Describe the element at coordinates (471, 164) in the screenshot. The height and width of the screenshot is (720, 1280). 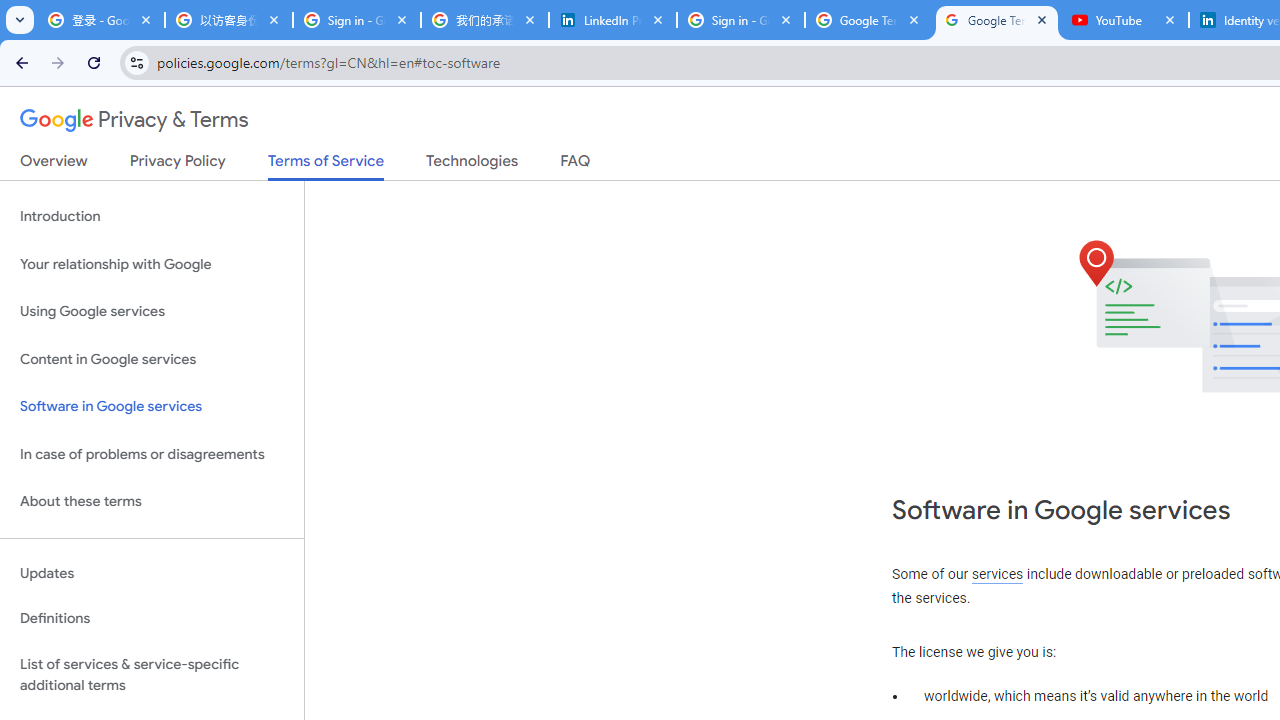
I see `'Technologies'` at that location.